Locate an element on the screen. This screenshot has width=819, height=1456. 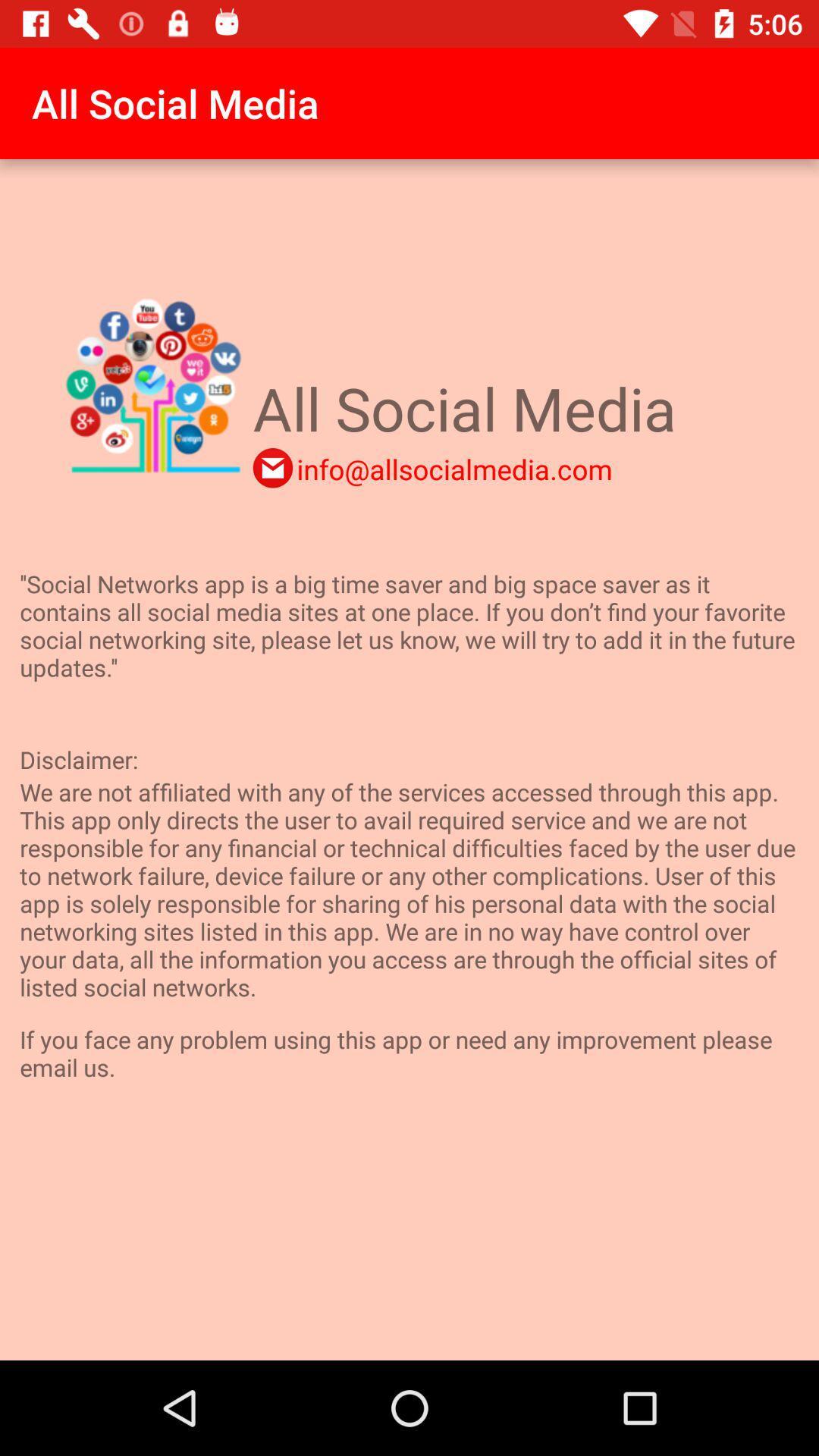
item below the all social media is located at coordinates (453, 468).